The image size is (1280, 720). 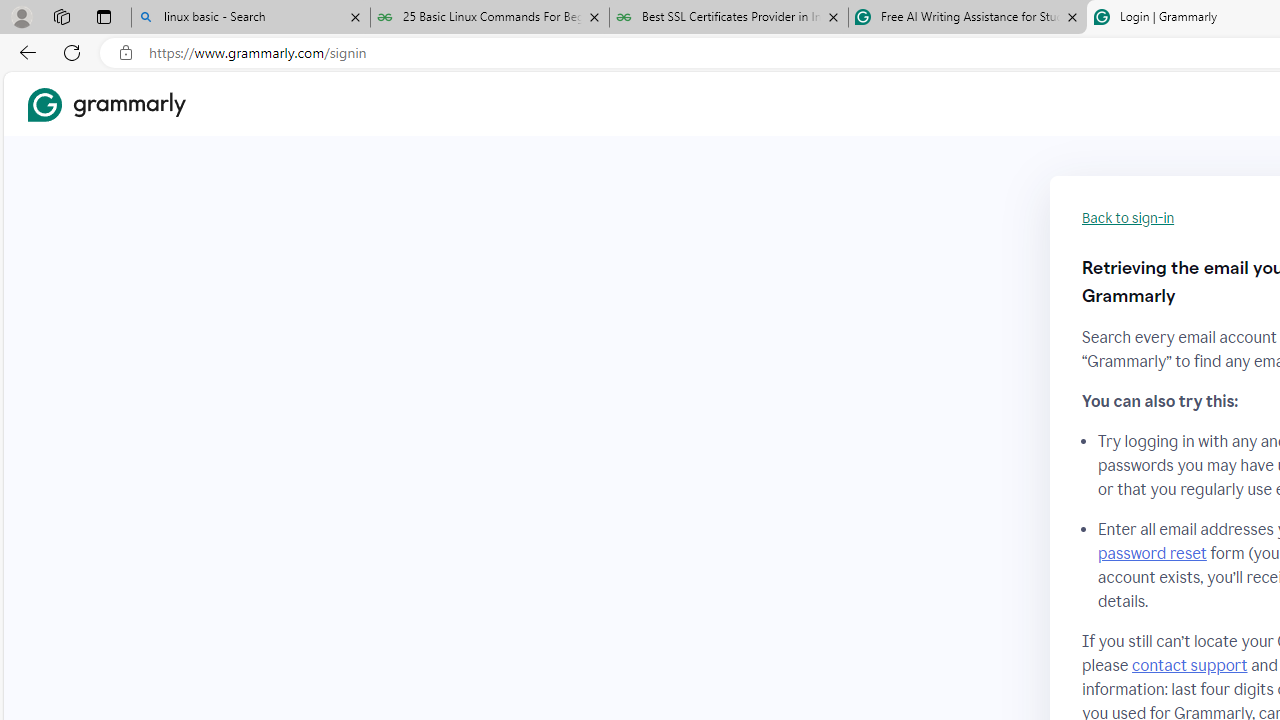 I want to click on 'Grammarly Home', so click(x=105, y=104).